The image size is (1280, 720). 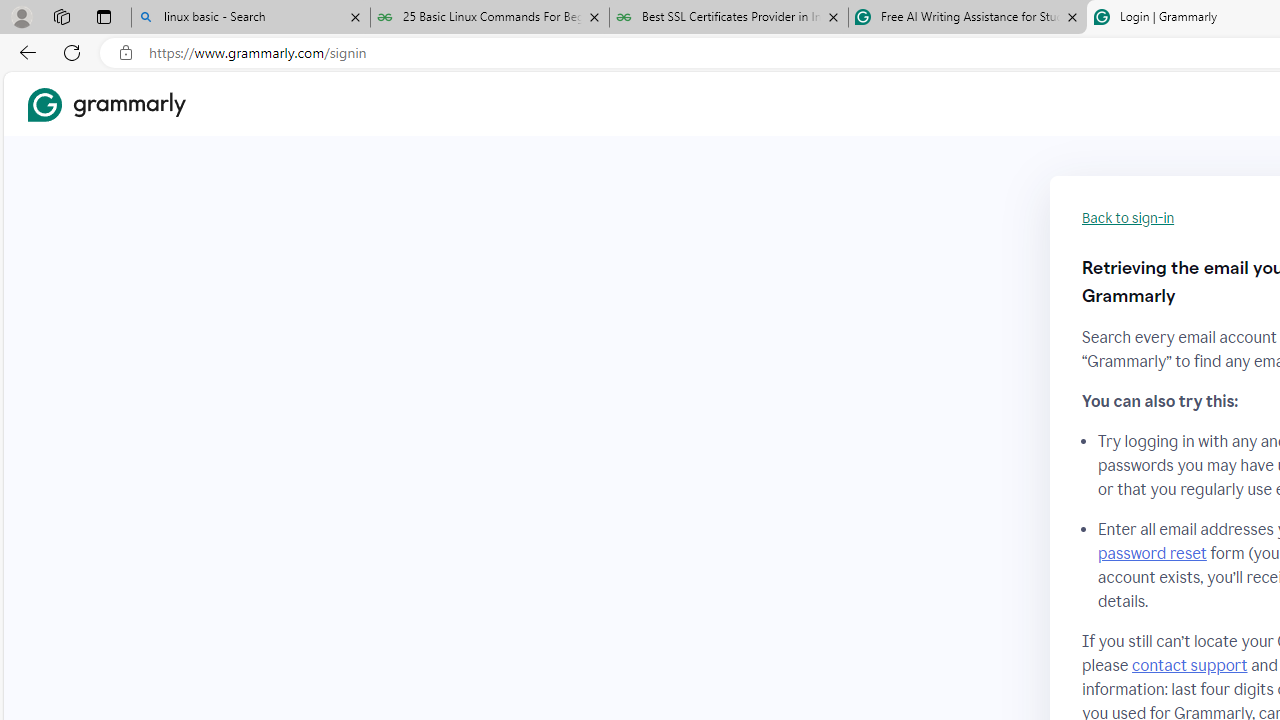 I want to click on 'Grammarly Home', so click(x=105, y=104).